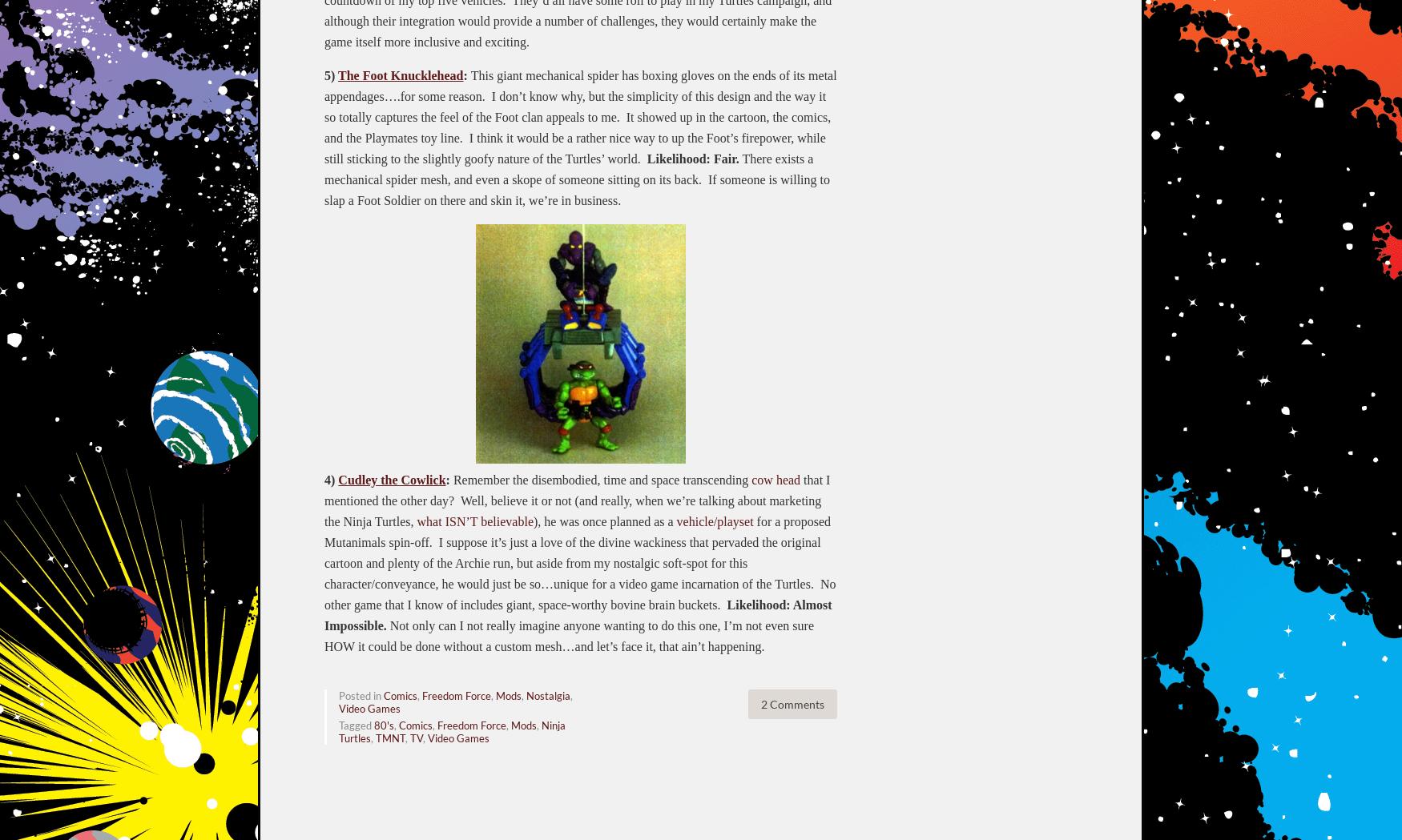  I want to click on '), he was once planned as a', so click(603, 520).